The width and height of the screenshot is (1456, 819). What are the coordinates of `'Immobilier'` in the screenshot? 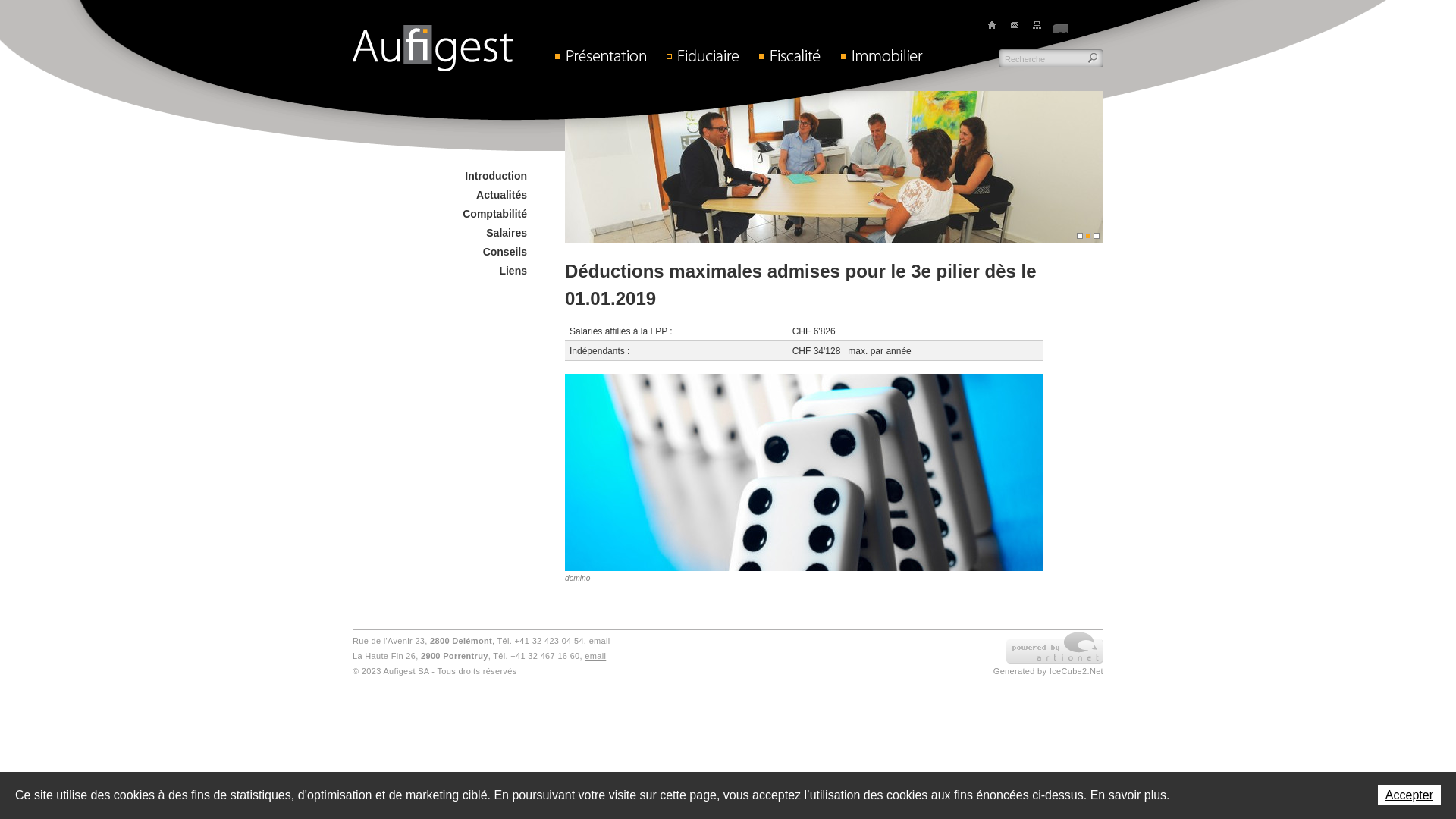 It's located at (890, 55).